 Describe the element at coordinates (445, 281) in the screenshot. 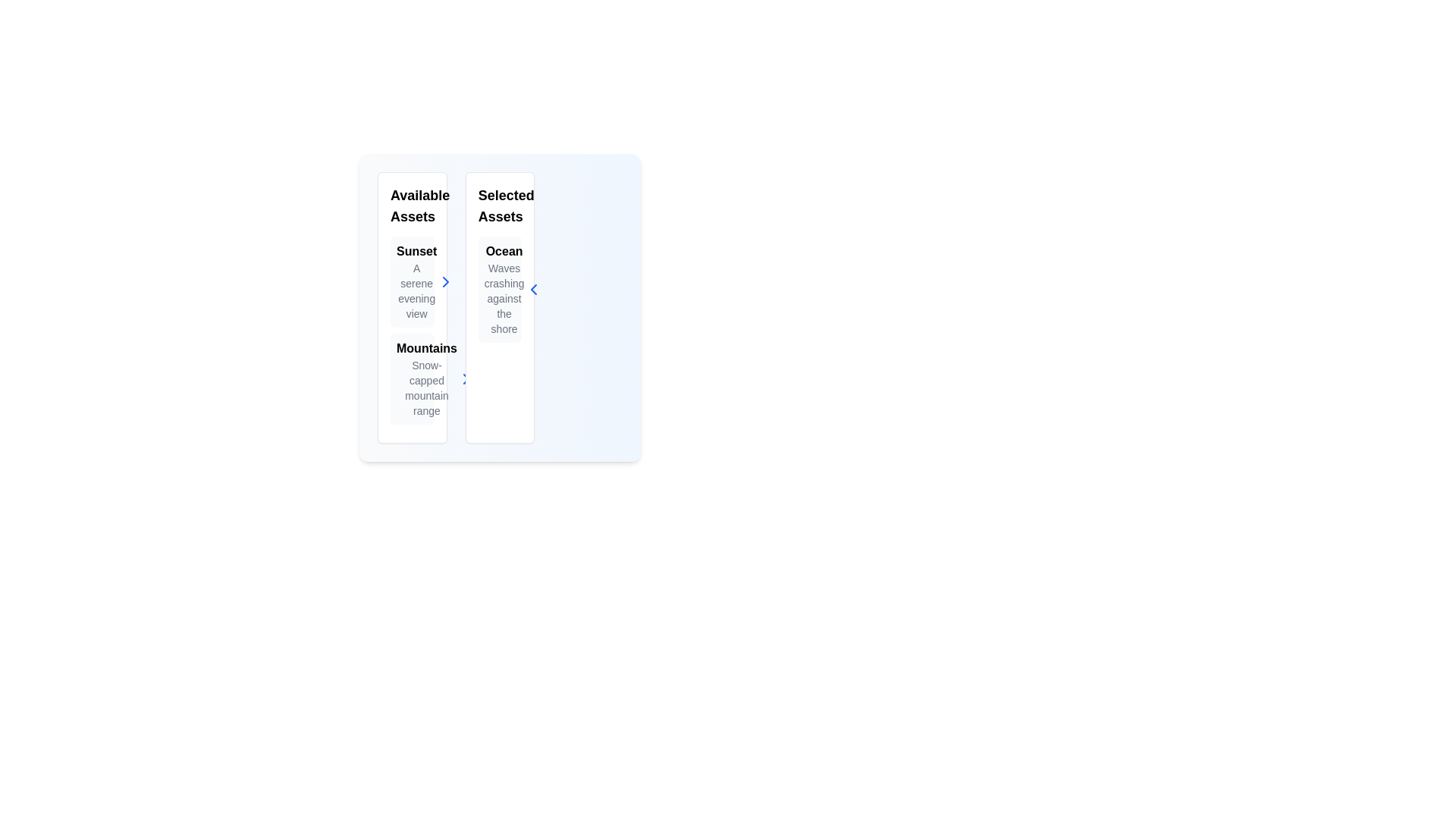

I see `arrow button next to the asset named Sunset in the 'Available Assets' list to transfer it to the 'Selected Assets' list` at that location.